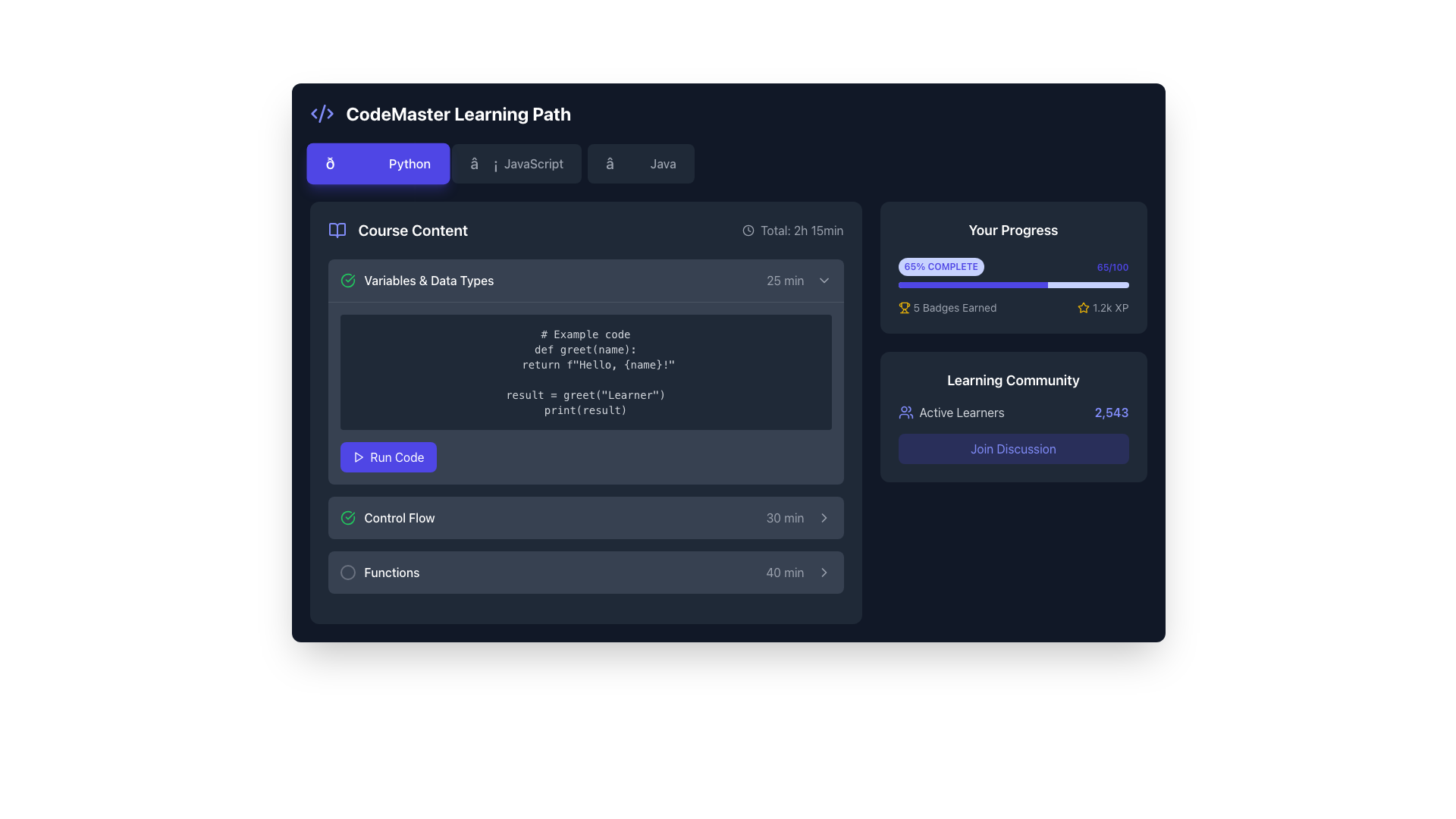 This screenshot has width=1456, height=819. I want to click on the icon representing the 'Run Code' action located to the left of the 'Run Code' label in the 'Variables & Data Types' section of the 'Course Content' card, so click(357, 456).